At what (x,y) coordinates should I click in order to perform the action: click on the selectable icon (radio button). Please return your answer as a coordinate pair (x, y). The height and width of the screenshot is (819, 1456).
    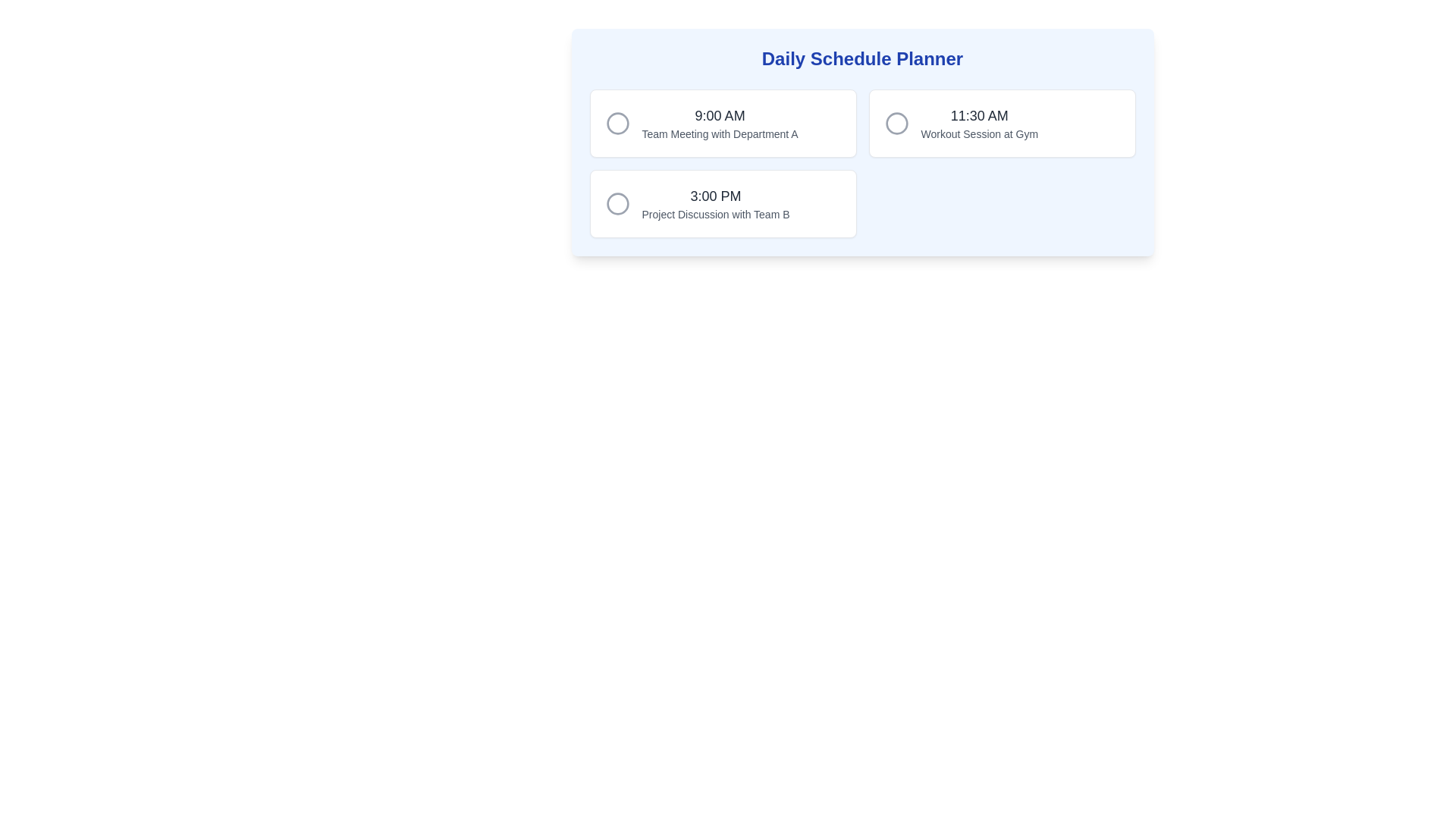
    Looking at the image, I should click on (617, 122).